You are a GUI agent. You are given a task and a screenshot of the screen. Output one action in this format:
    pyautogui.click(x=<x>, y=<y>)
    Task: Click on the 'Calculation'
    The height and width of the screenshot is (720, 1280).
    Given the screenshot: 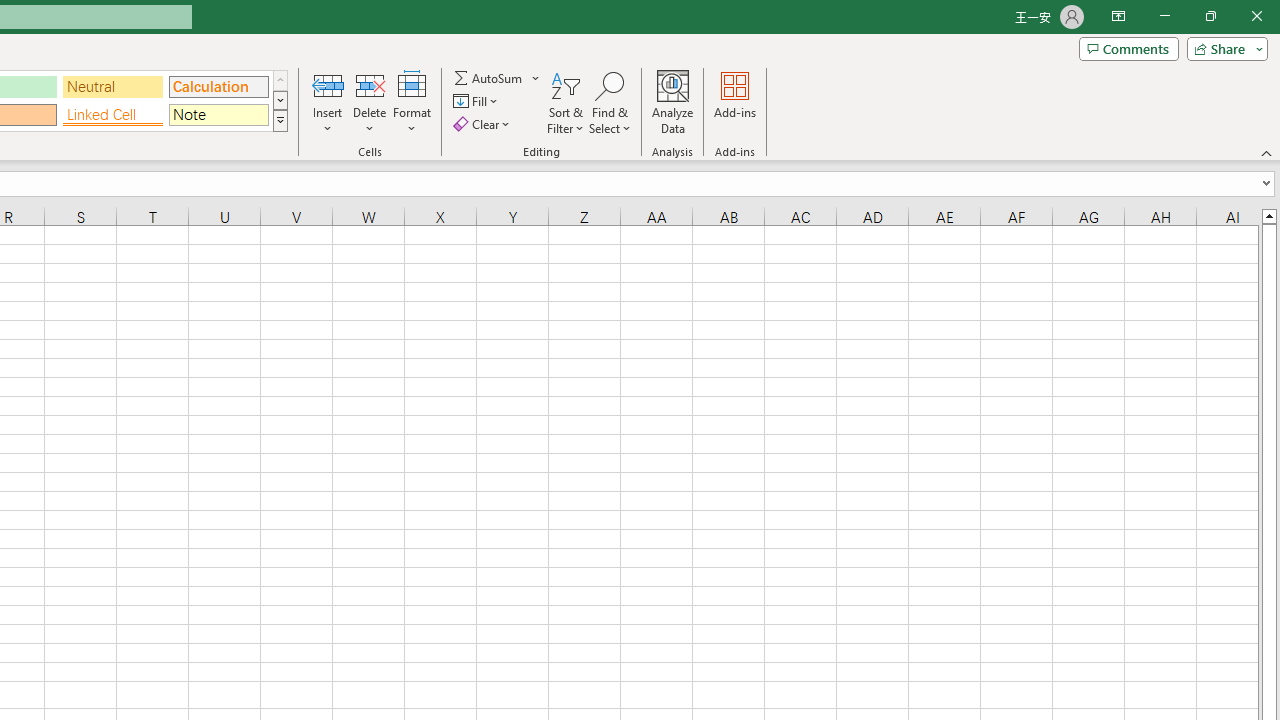 What is the action you would take?
    pyautogui.click(x=218, y=85)
    